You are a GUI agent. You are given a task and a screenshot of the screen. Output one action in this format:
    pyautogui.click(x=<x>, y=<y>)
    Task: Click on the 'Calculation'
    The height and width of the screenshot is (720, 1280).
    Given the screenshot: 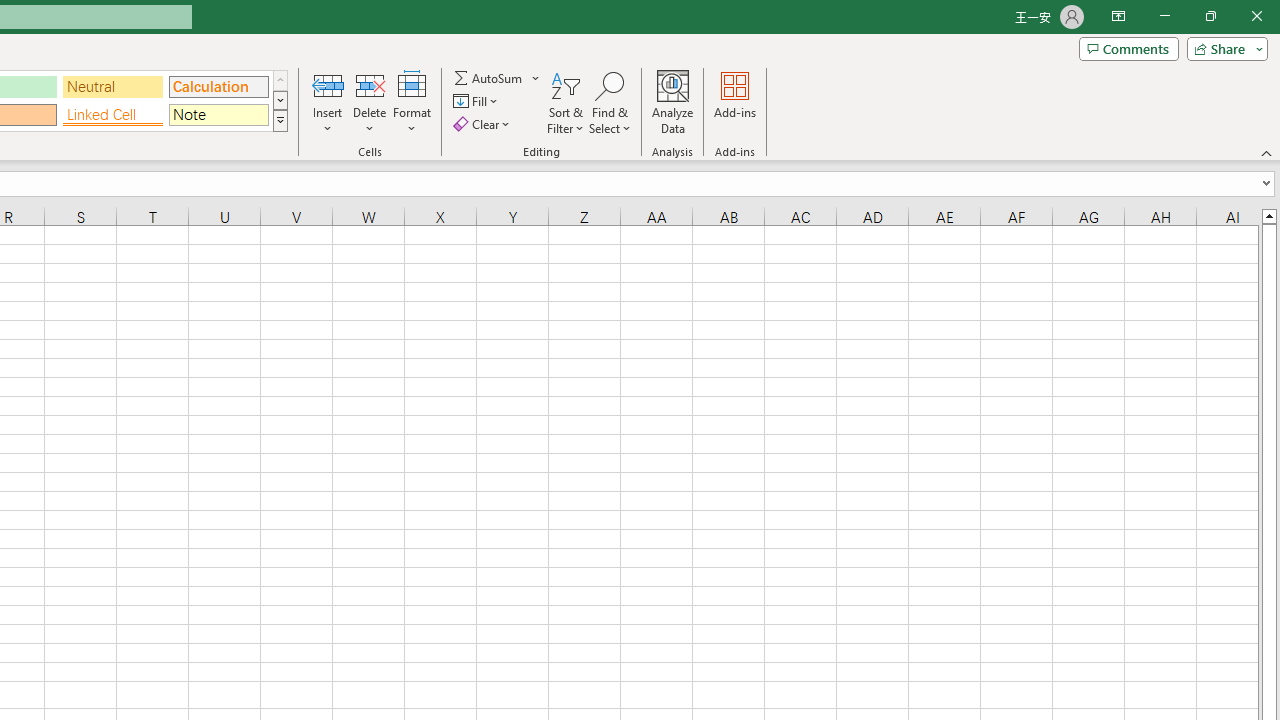 What is the action you would take?
    pyautogui.click(x=218, y=85)
    